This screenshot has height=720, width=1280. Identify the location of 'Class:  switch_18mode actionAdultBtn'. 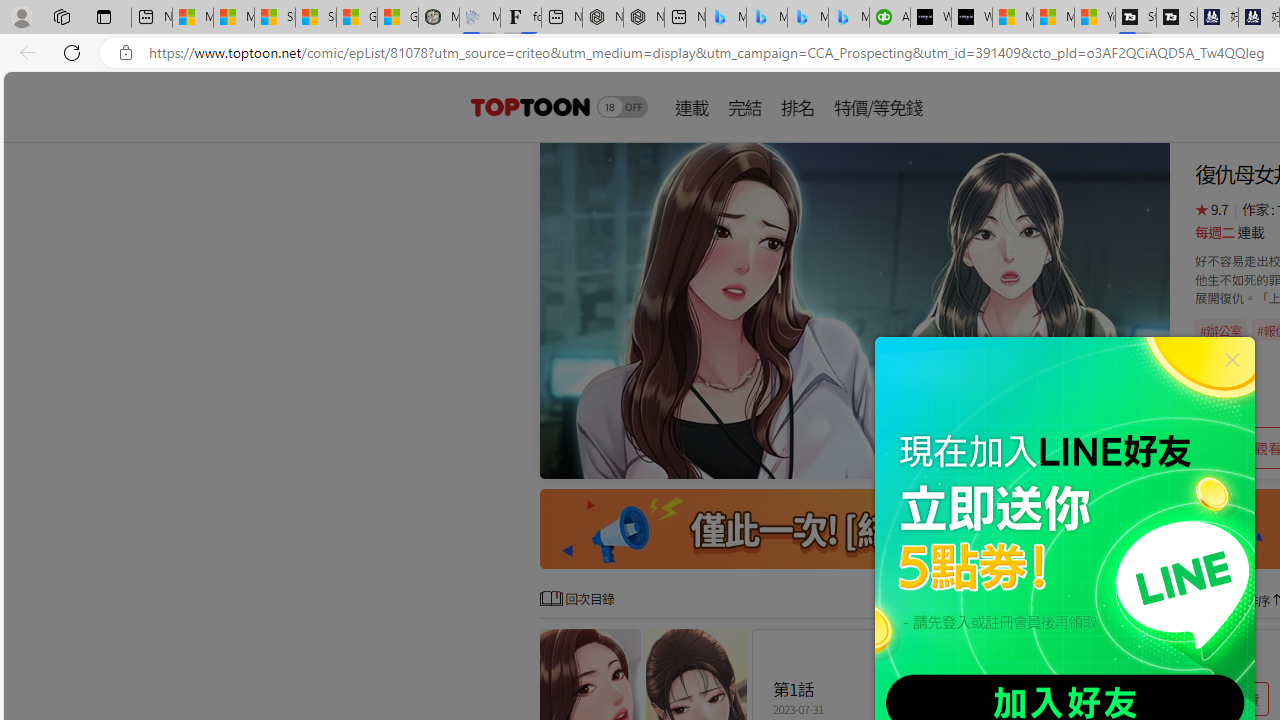
(621, 106).